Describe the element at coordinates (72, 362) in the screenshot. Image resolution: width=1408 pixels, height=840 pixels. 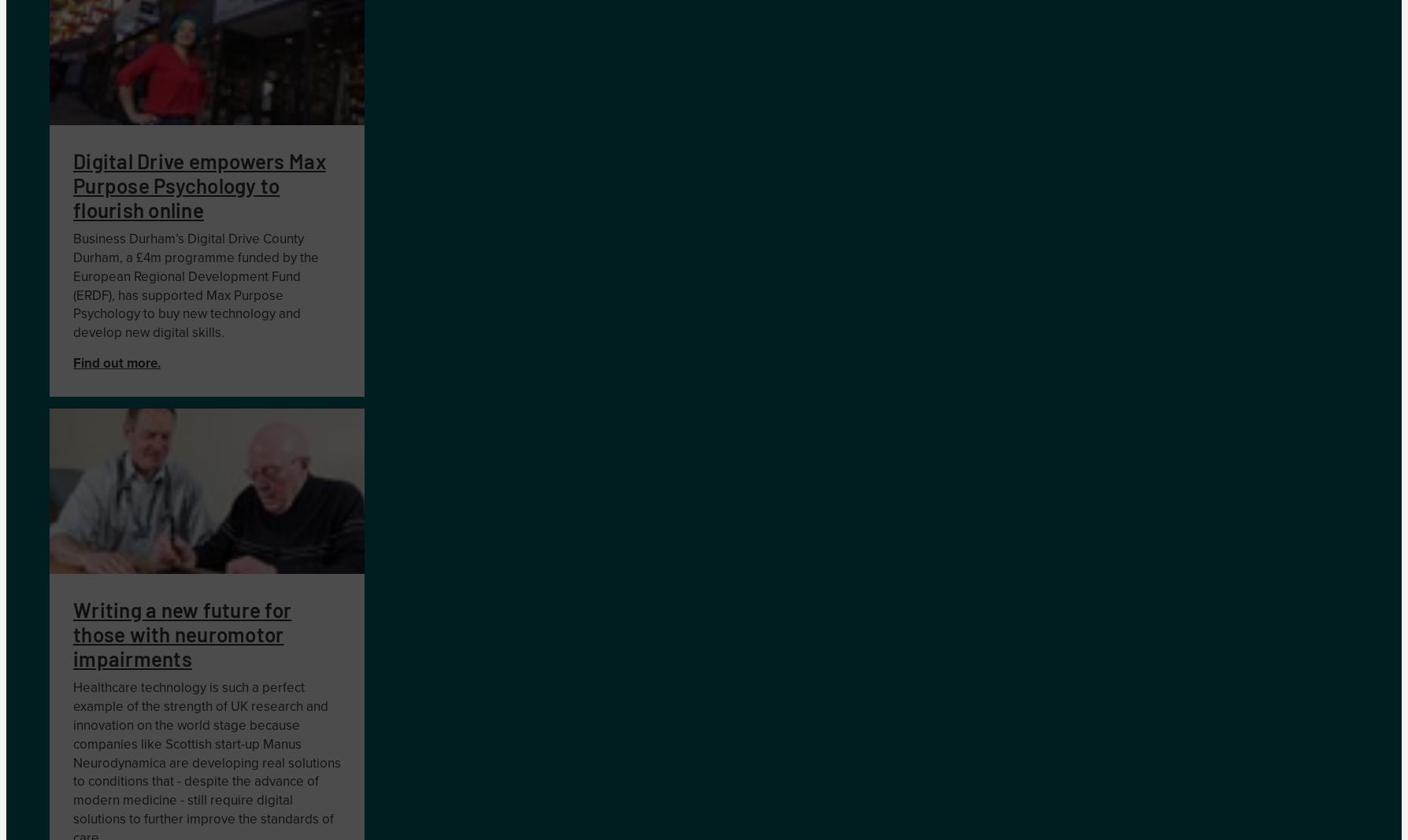
I see `'Find out more.'` at that location.